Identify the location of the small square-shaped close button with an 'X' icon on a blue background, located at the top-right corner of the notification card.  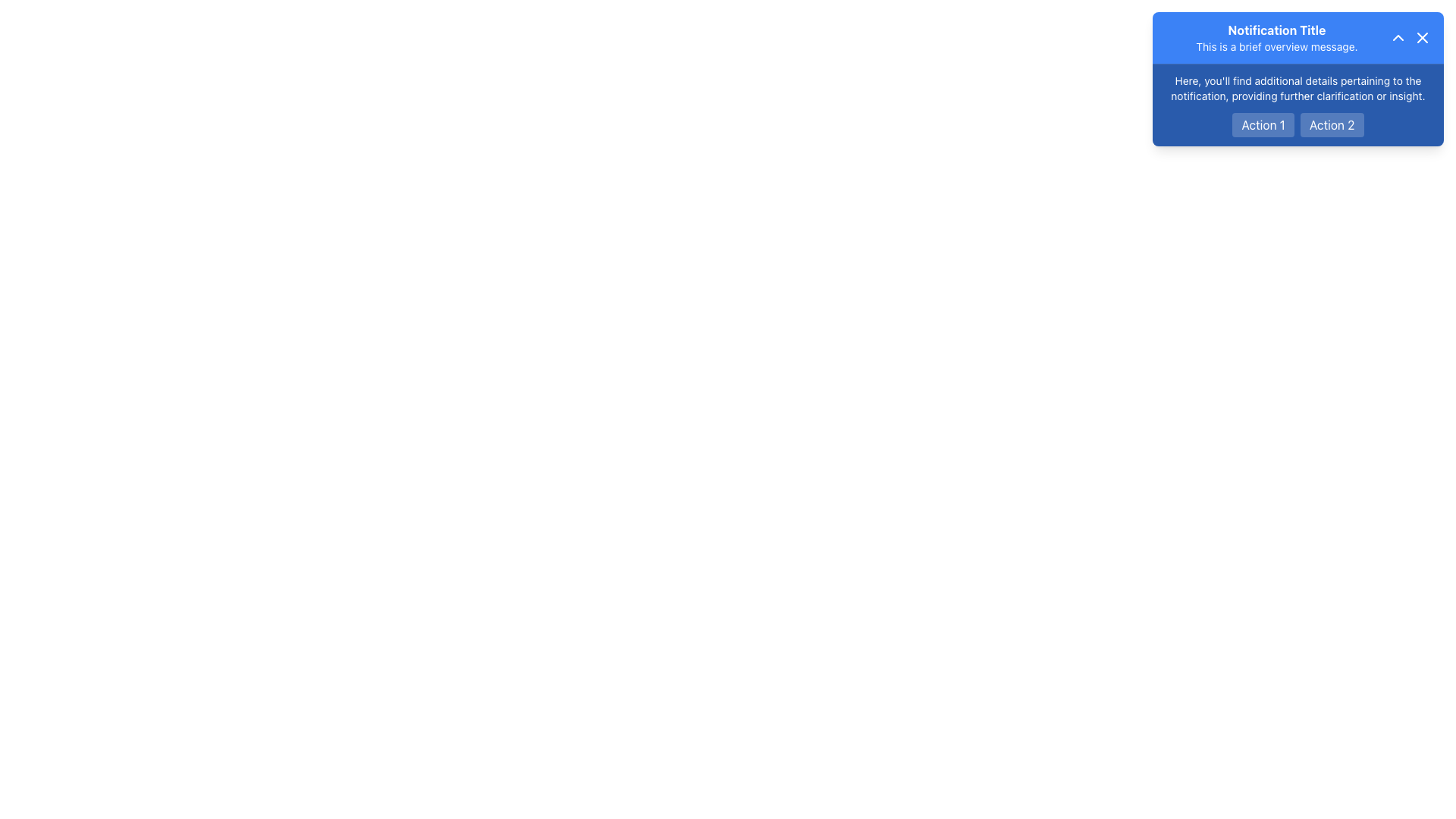
(1422, 37).